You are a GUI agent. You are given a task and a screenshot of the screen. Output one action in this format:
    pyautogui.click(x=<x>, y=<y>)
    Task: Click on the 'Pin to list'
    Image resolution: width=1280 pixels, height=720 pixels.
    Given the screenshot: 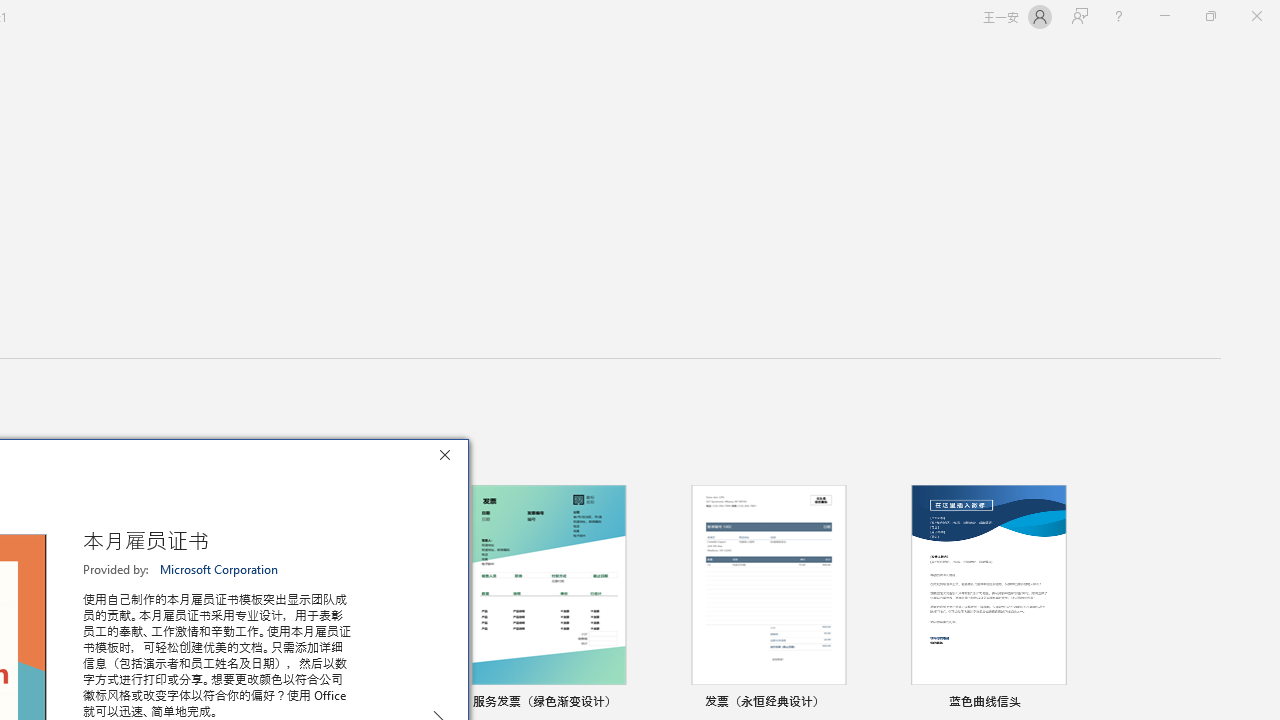 What is the action you would take?
    pyautogui.click(x=1074, y=702)
    